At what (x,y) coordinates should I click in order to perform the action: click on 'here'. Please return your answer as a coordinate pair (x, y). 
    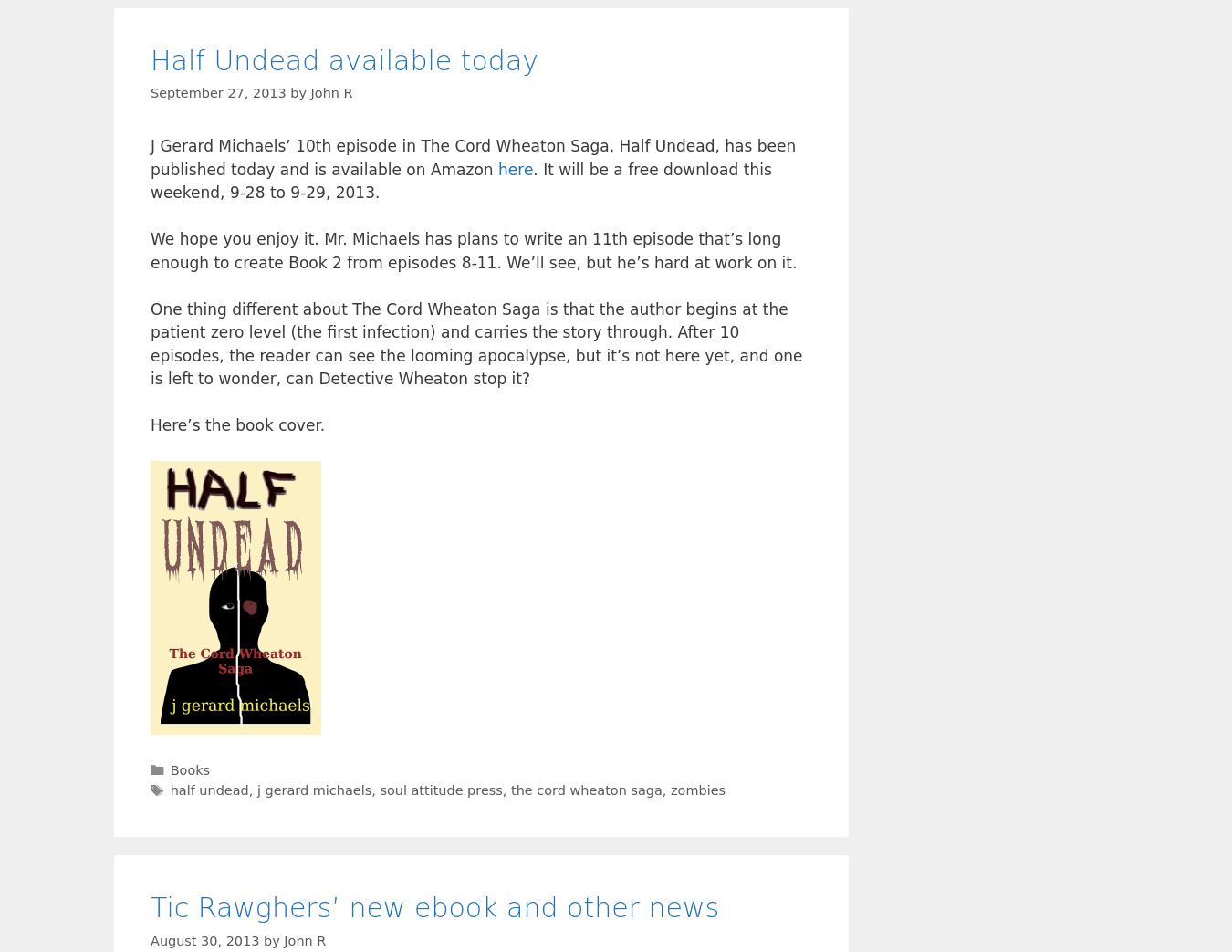
    Looking at the image, I should click on (496, 168).